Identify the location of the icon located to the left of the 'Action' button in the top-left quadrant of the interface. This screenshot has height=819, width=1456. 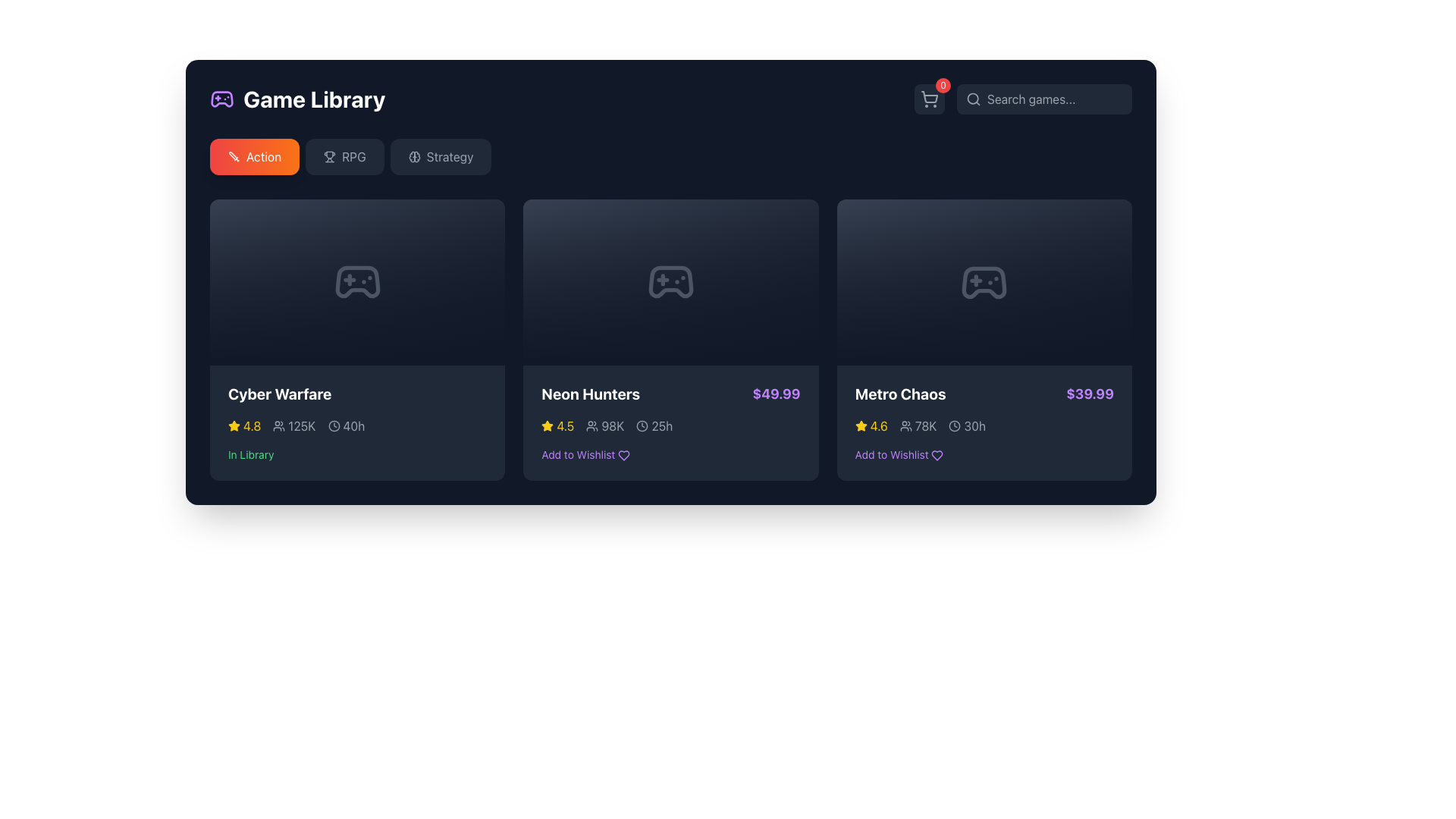
(233, 157).